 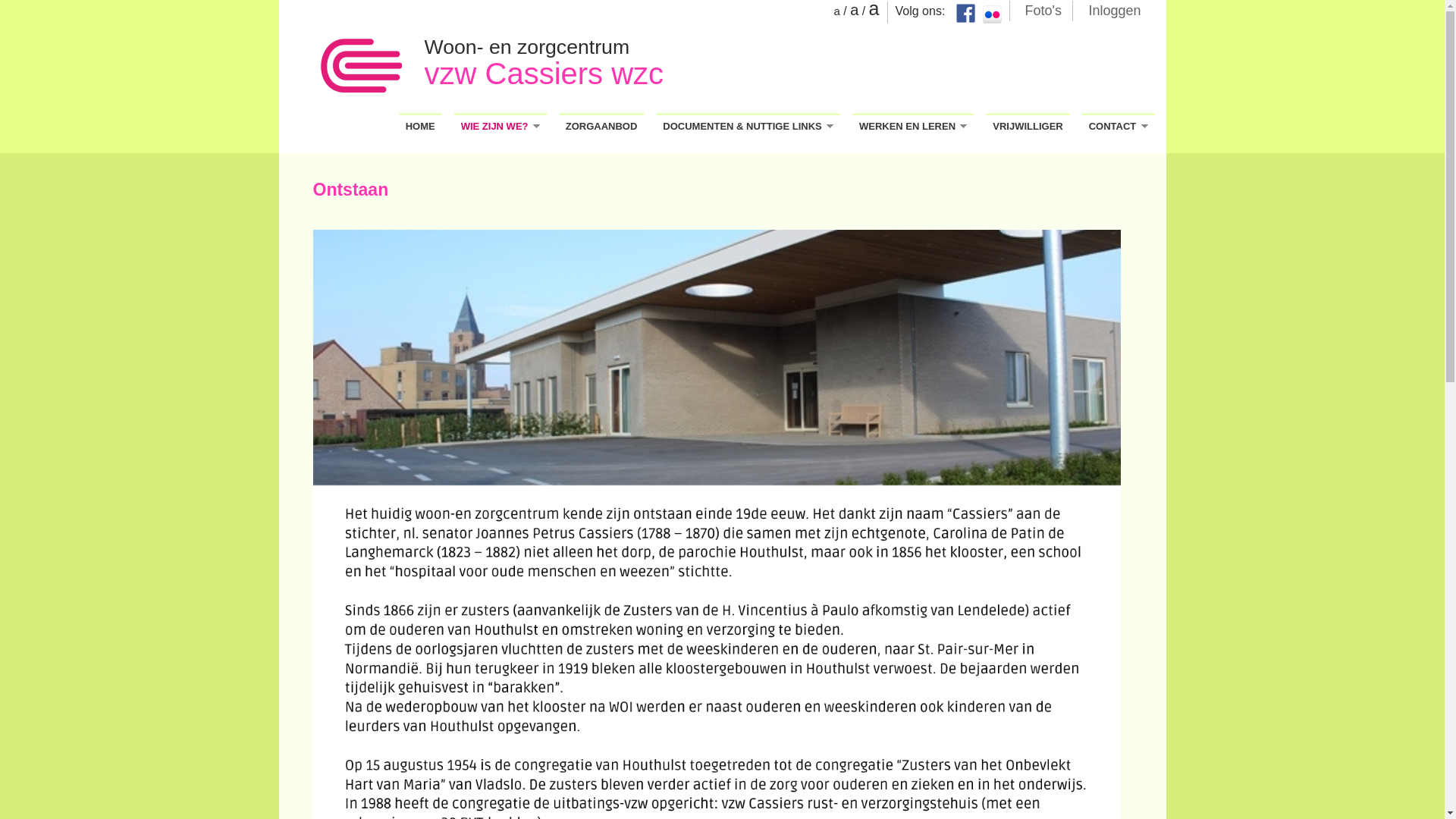 I want to click on 'Flickr', so click(x=983, y=14).